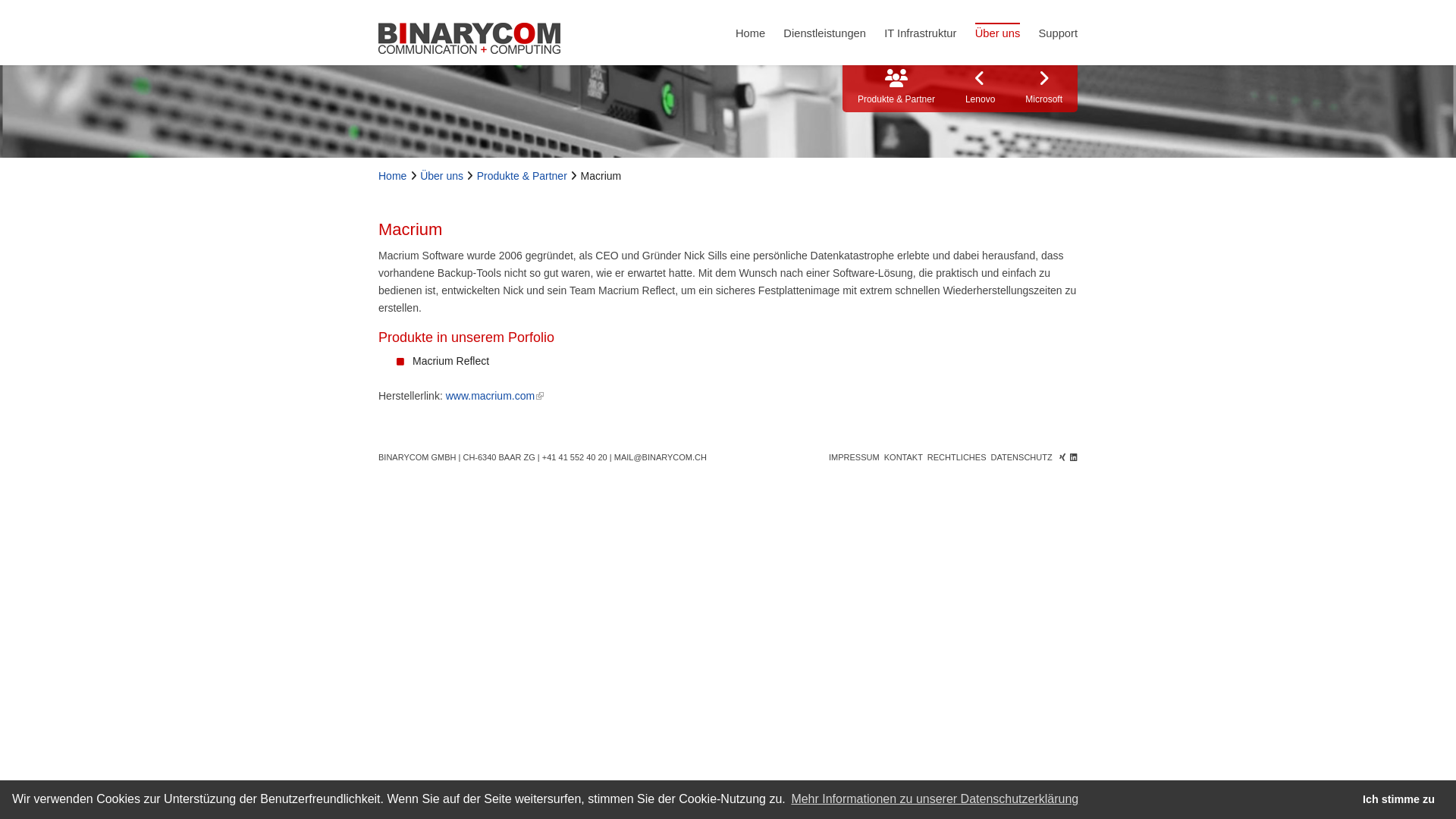  What do you see at coordinates (1021, 456) in the screenshot?
I see `'DATENSCHUTZ'` at bounding box center [1021, 456].